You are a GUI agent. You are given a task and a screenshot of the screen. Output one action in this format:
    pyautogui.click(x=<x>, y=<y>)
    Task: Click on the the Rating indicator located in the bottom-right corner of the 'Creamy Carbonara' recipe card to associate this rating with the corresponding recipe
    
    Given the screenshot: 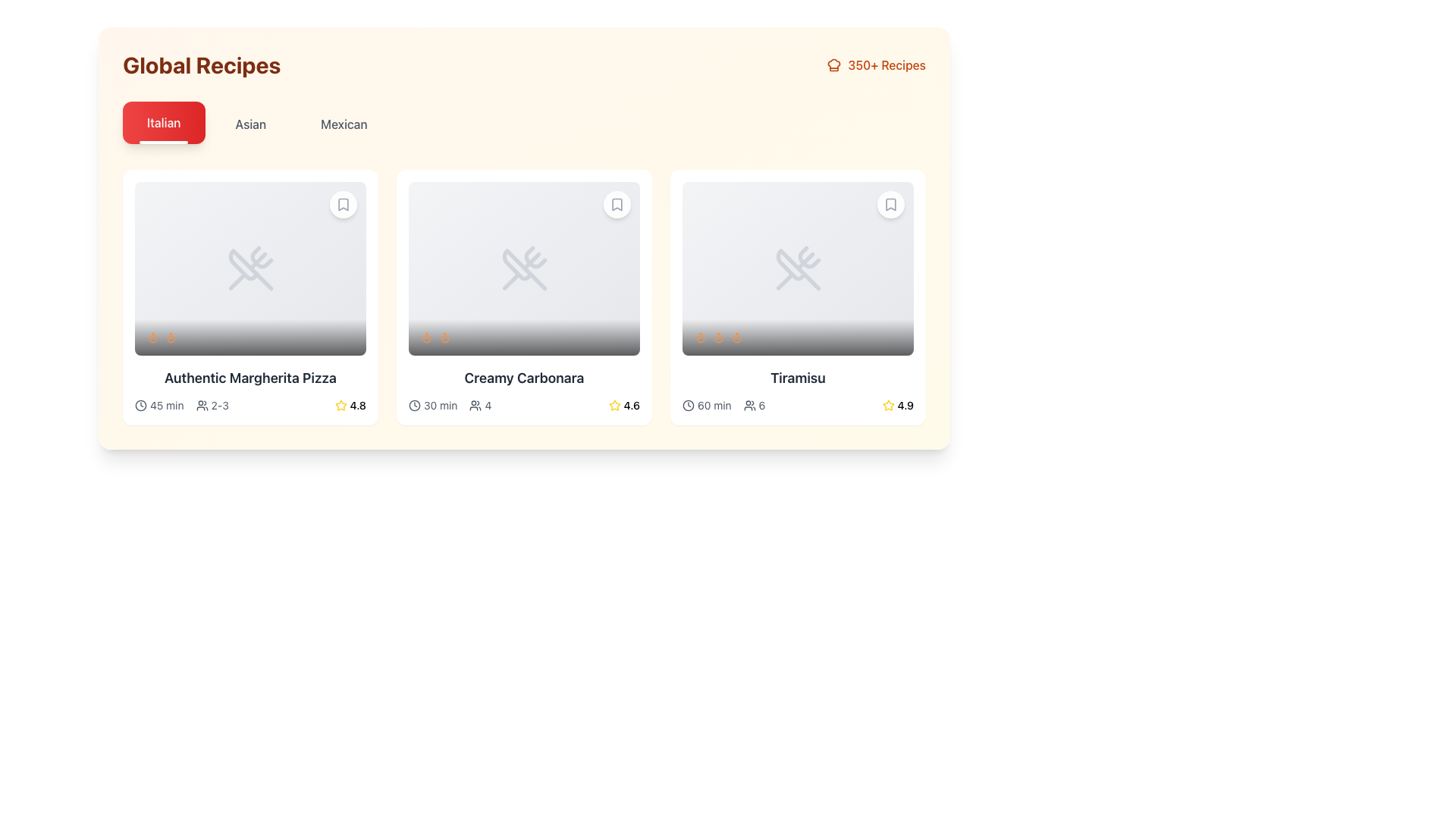 What is the action you would take?
    pyautogui.click(x=624, y=404)
    